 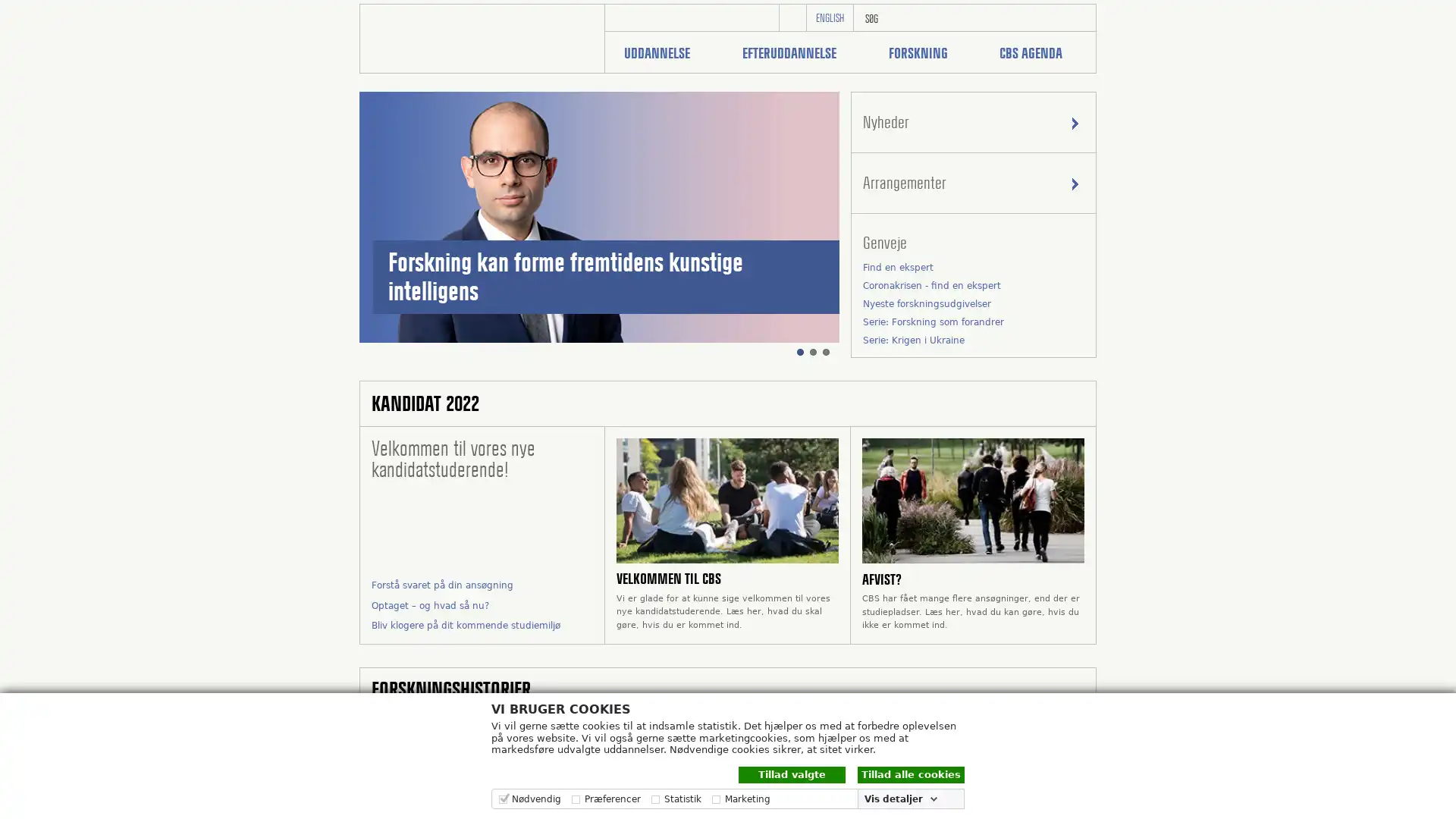 What do you see at coordinates (973, 242) in the screenshot?
I see `Genveje` at bounding box center [973, 242].